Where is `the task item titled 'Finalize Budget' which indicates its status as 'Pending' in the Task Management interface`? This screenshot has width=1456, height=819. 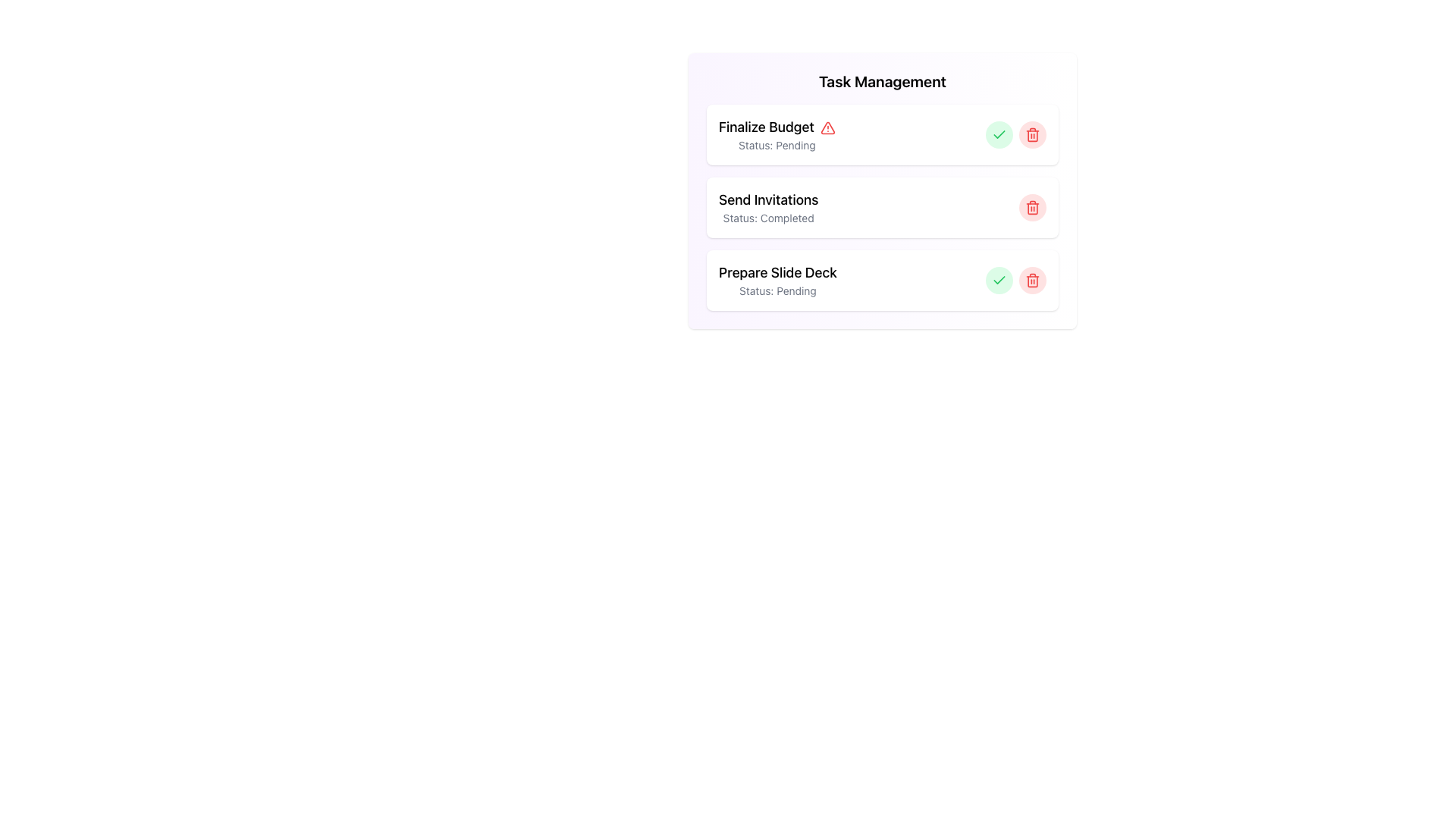 the task item titled 'Finalize Budget' which indicates its status as 'Pending' in the Task Management interface is located at coordinates (882, 133).